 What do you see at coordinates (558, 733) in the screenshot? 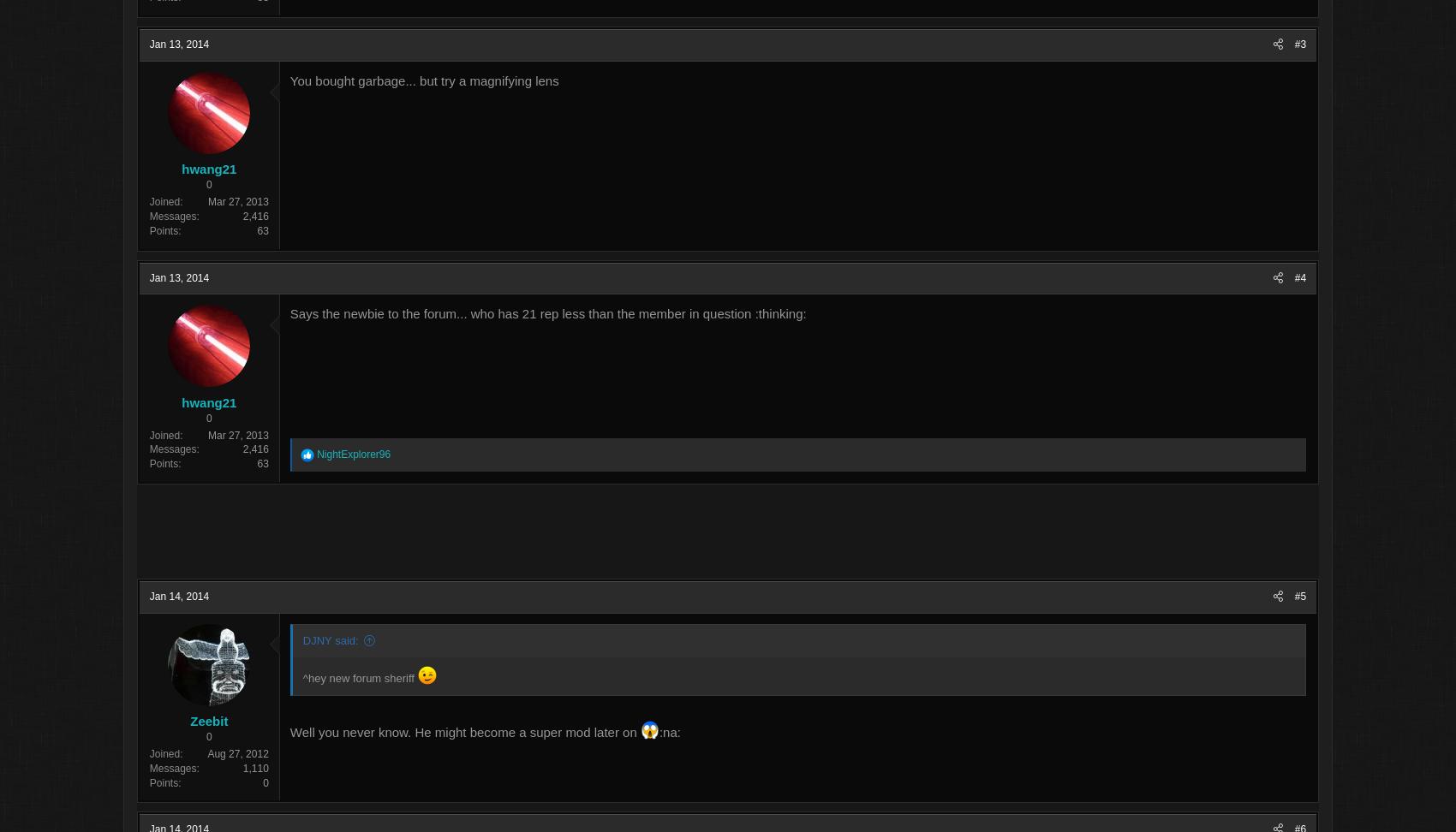
I see `'Well you never know. He might become a super mod later on'` at bounding box center [558, 733].